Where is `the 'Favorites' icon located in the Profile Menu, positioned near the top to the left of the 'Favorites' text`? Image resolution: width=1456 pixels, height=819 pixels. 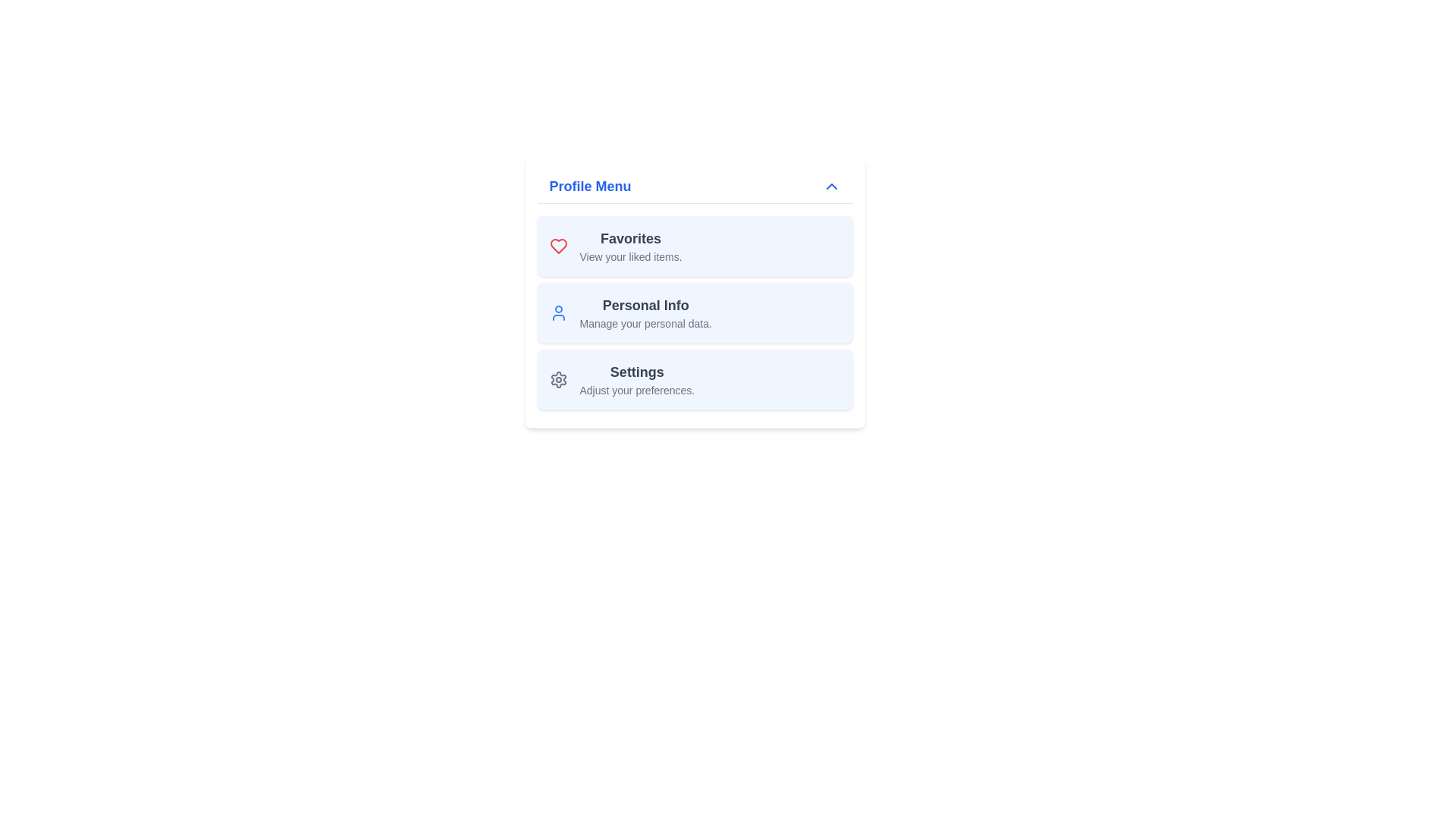 the 'Favorites' icon located in the Profile Menu, positioned near the top to the left of the 'Favorites' text is located at coordinates (557, 245).